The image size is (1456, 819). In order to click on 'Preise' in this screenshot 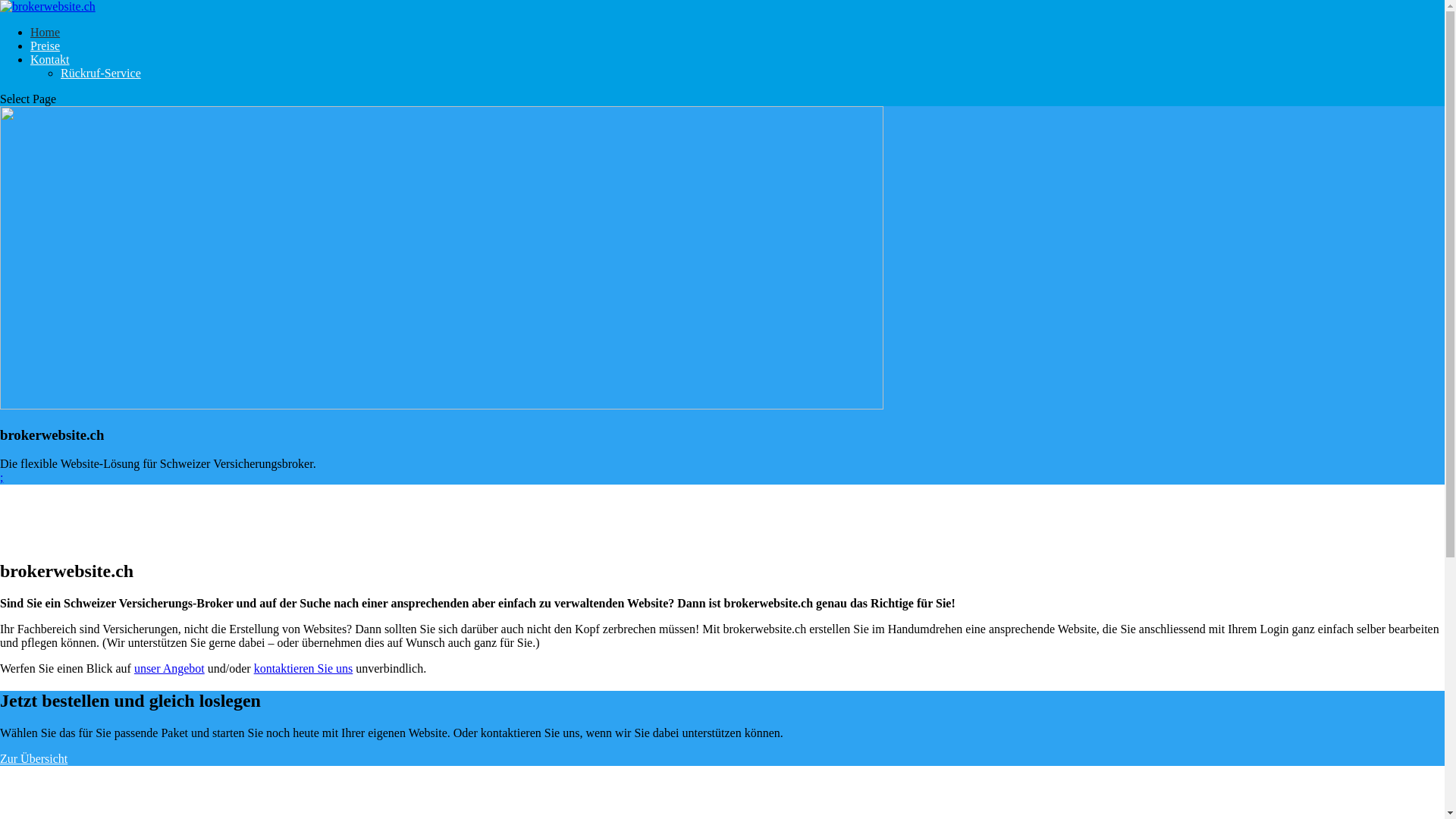, I will do `click(45, 45)`.